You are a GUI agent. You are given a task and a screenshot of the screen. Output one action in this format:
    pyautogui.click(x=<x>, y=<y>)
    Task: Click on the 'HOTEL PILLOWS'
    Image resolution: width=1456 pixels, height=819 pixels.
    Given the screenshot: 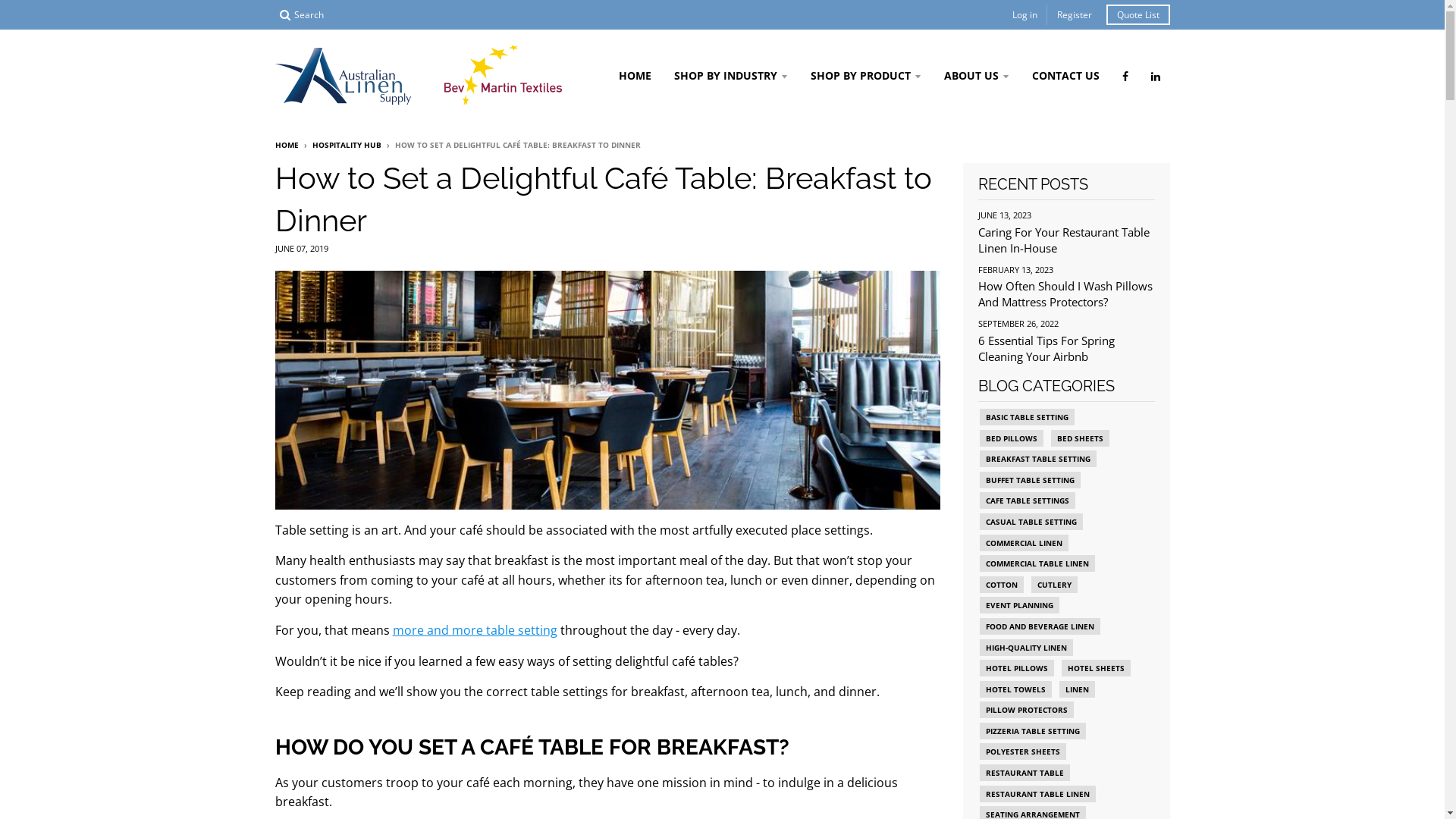 What is the action you would take?
    pyautogui.click(x=984, y=667)
    